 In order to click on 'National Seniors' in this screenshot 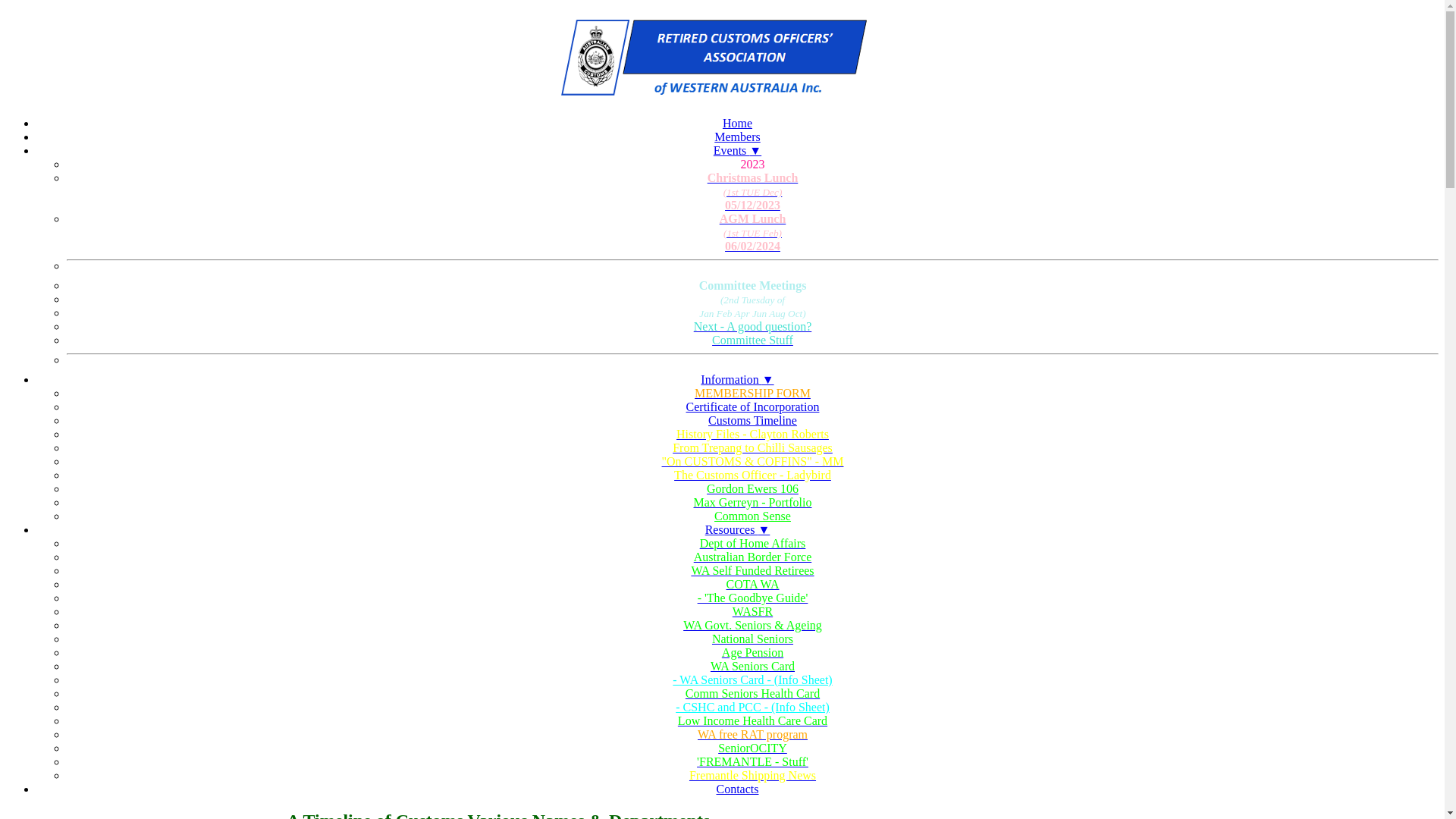, I will do `click(752, 639)`.